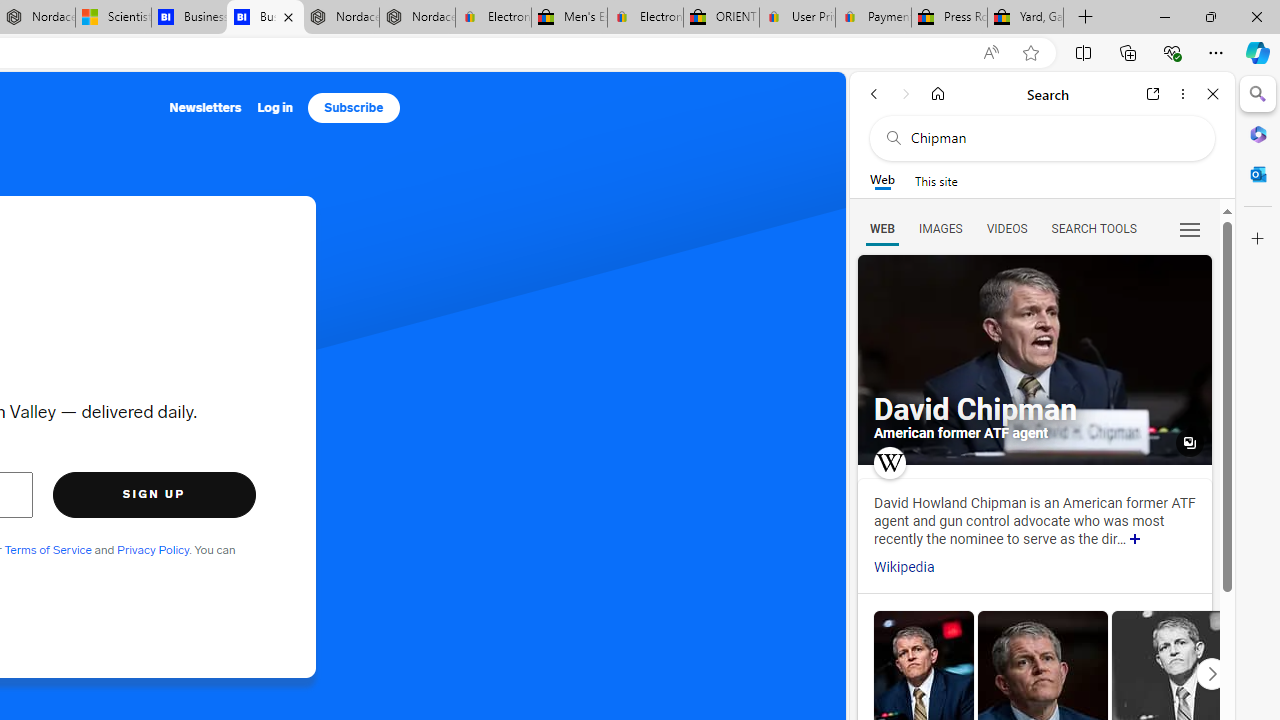 The height and width of the screenshot is (720, 1280). I want to click on 'Terms of Service', so click(48, 549).